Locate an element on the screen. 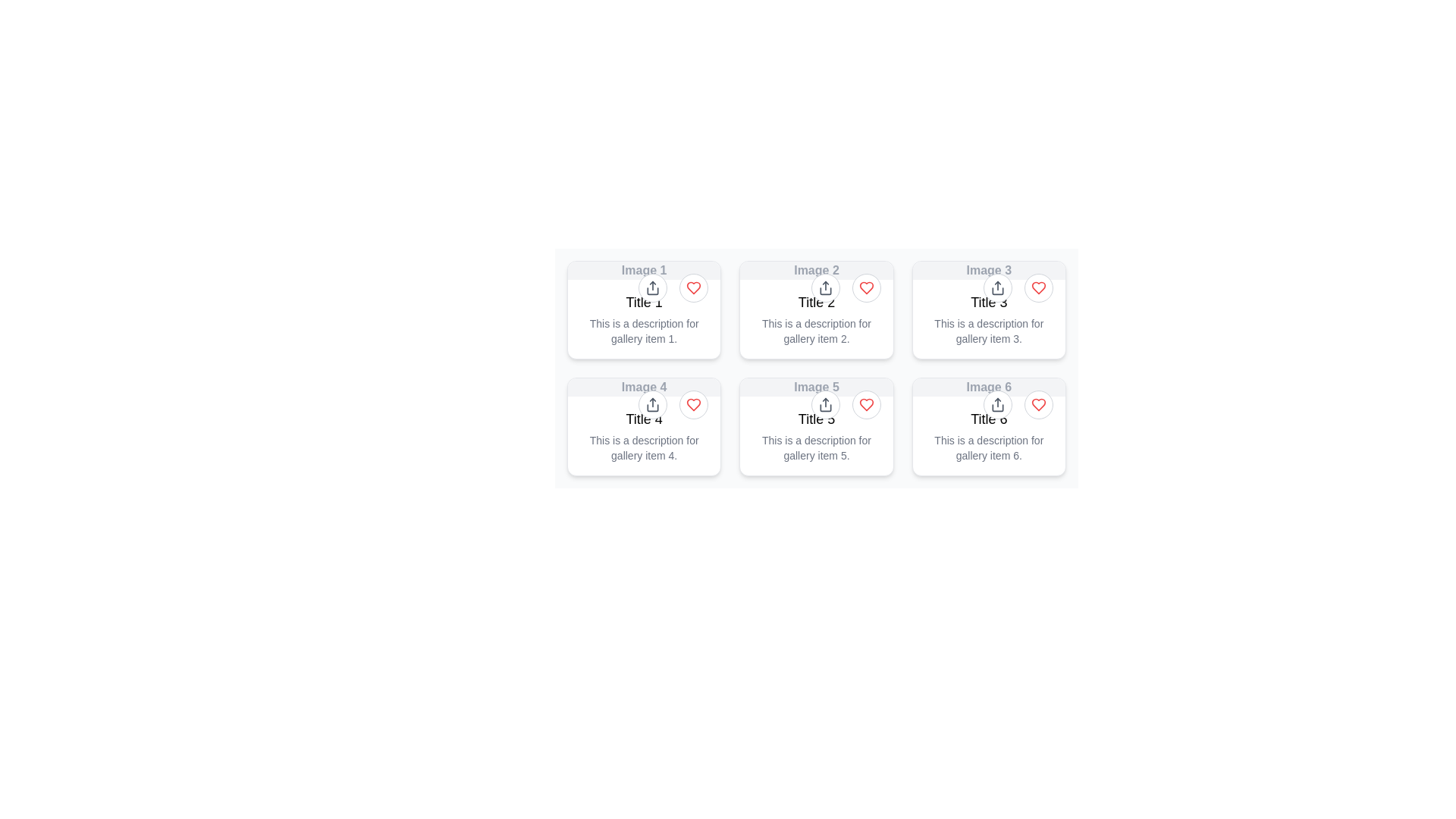 The image size is (1456, 819). the text label displaying 'Image 6' is located at coordinates (989, 386).